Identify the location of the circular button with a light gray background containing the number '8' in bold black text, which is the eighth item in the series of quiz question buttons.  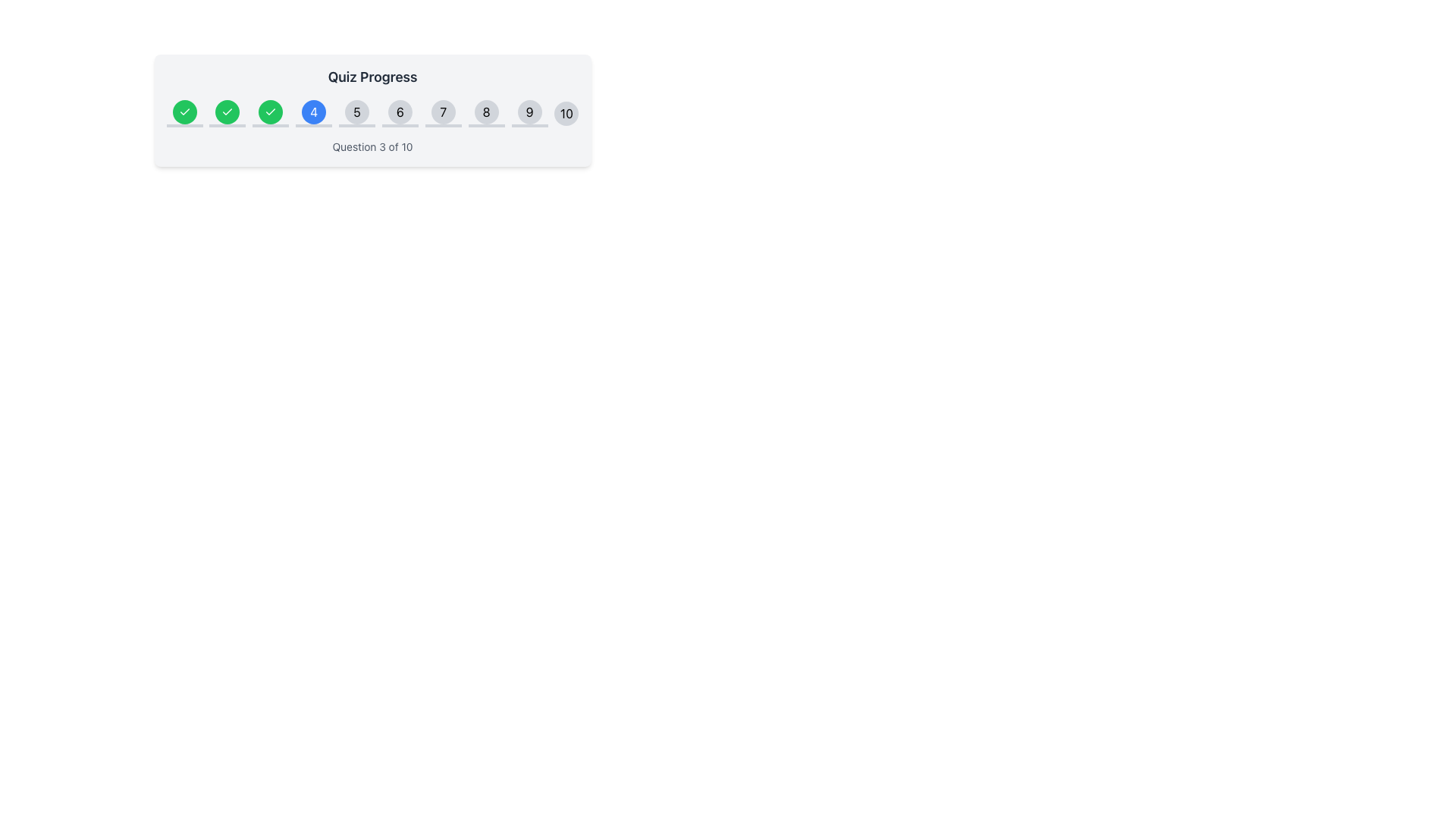
(486, 111).